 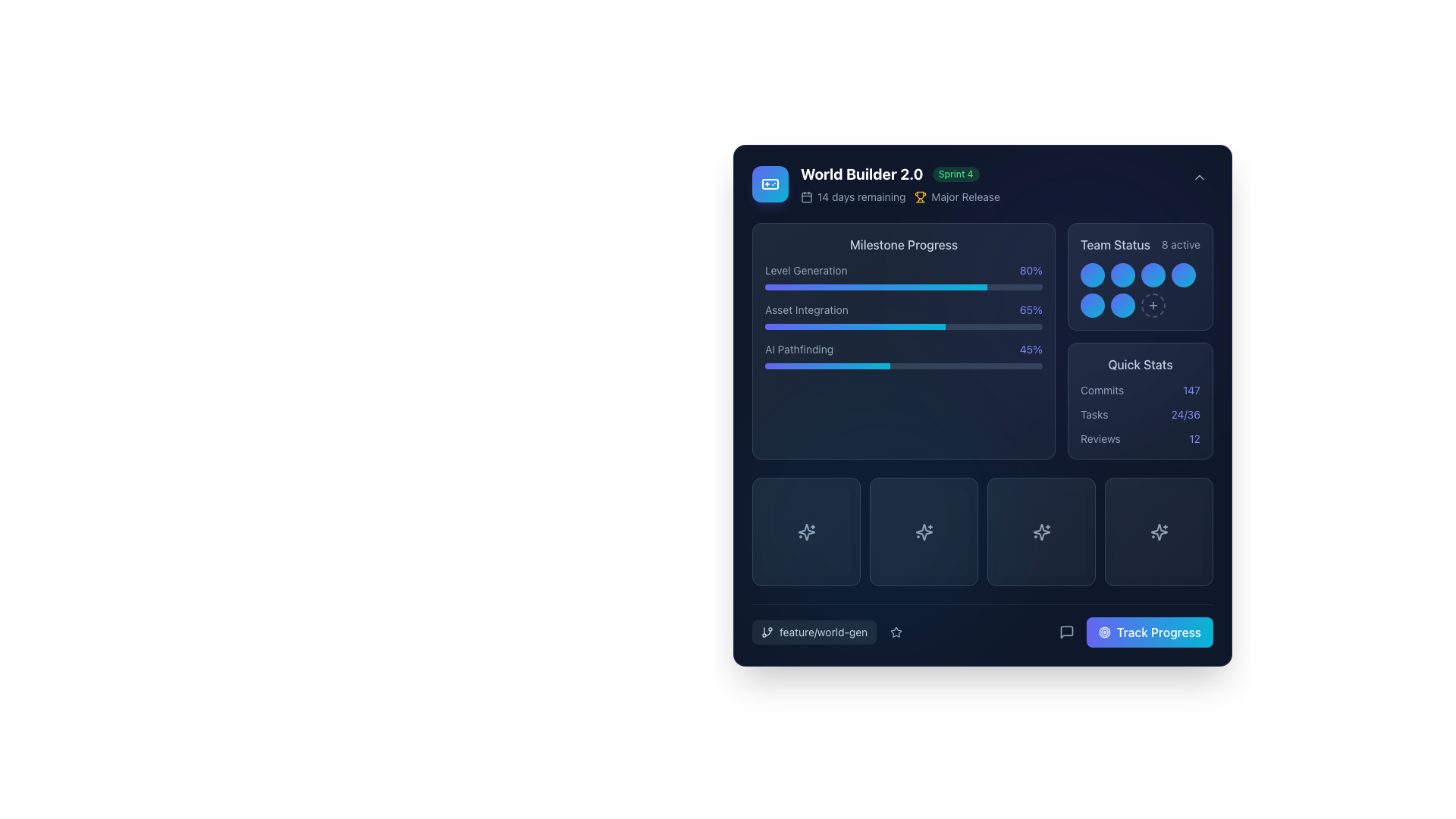 I want to click on the dashed circle with a '+' symbol in the bottom-right corner of the circular grid in the 'Team Status' section, so click(x=1140, y=290).